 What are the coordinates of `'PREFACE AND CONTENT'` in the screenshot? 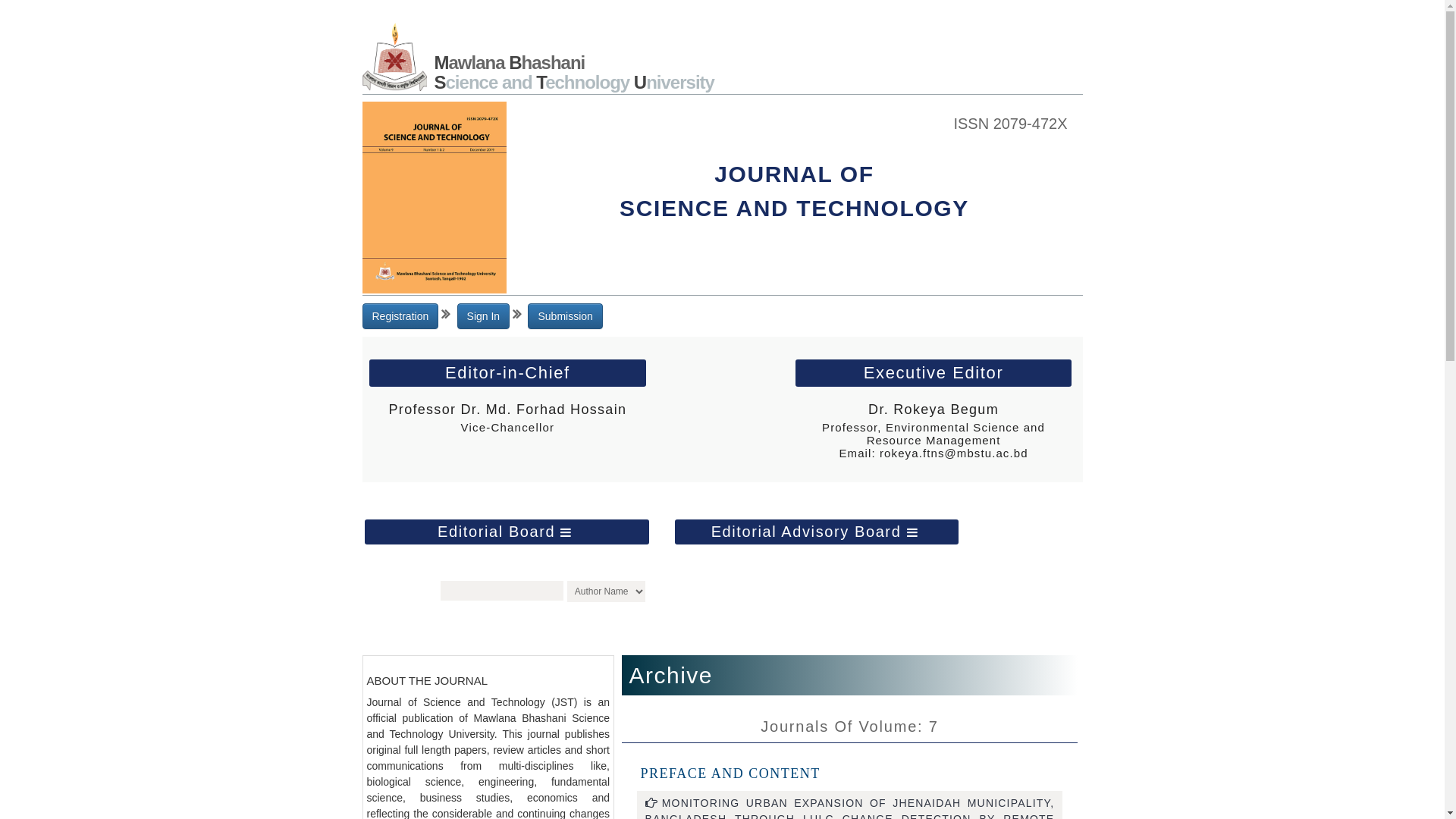 It's located at (730, 773).